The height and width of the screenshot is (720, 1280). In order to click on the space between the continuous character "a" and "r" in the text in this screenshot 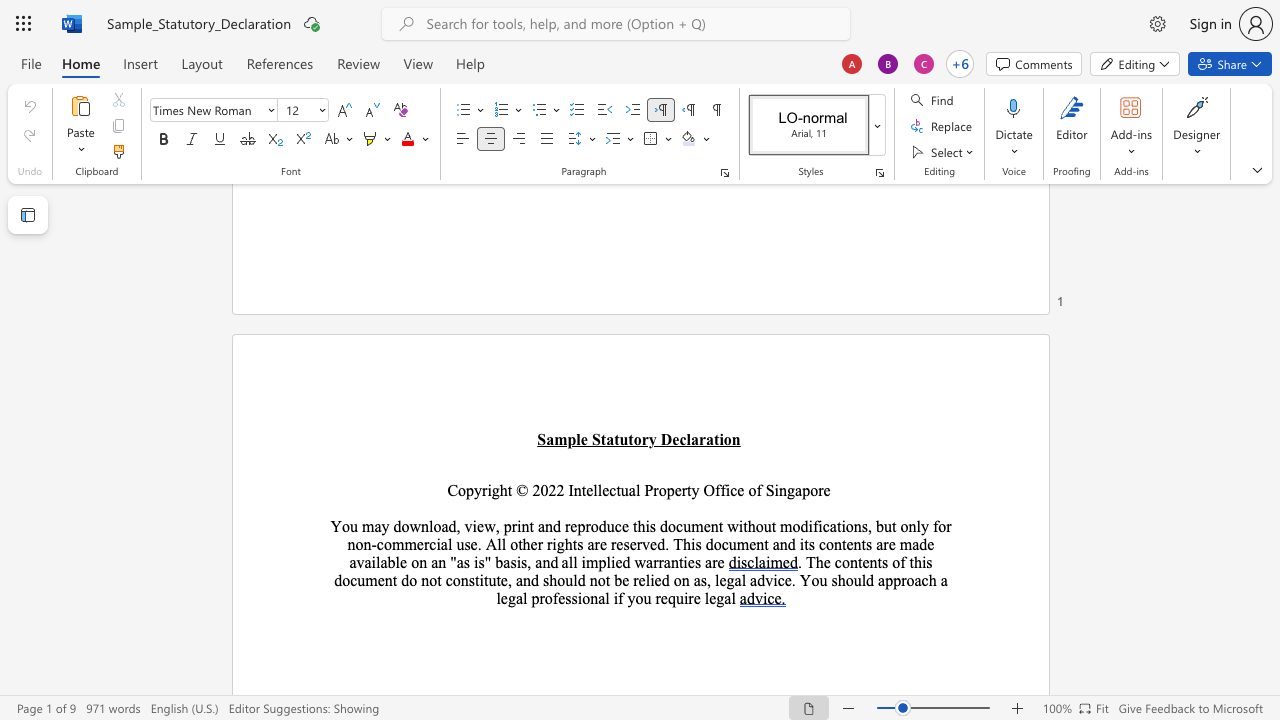, I will do `click(698, 438)`.